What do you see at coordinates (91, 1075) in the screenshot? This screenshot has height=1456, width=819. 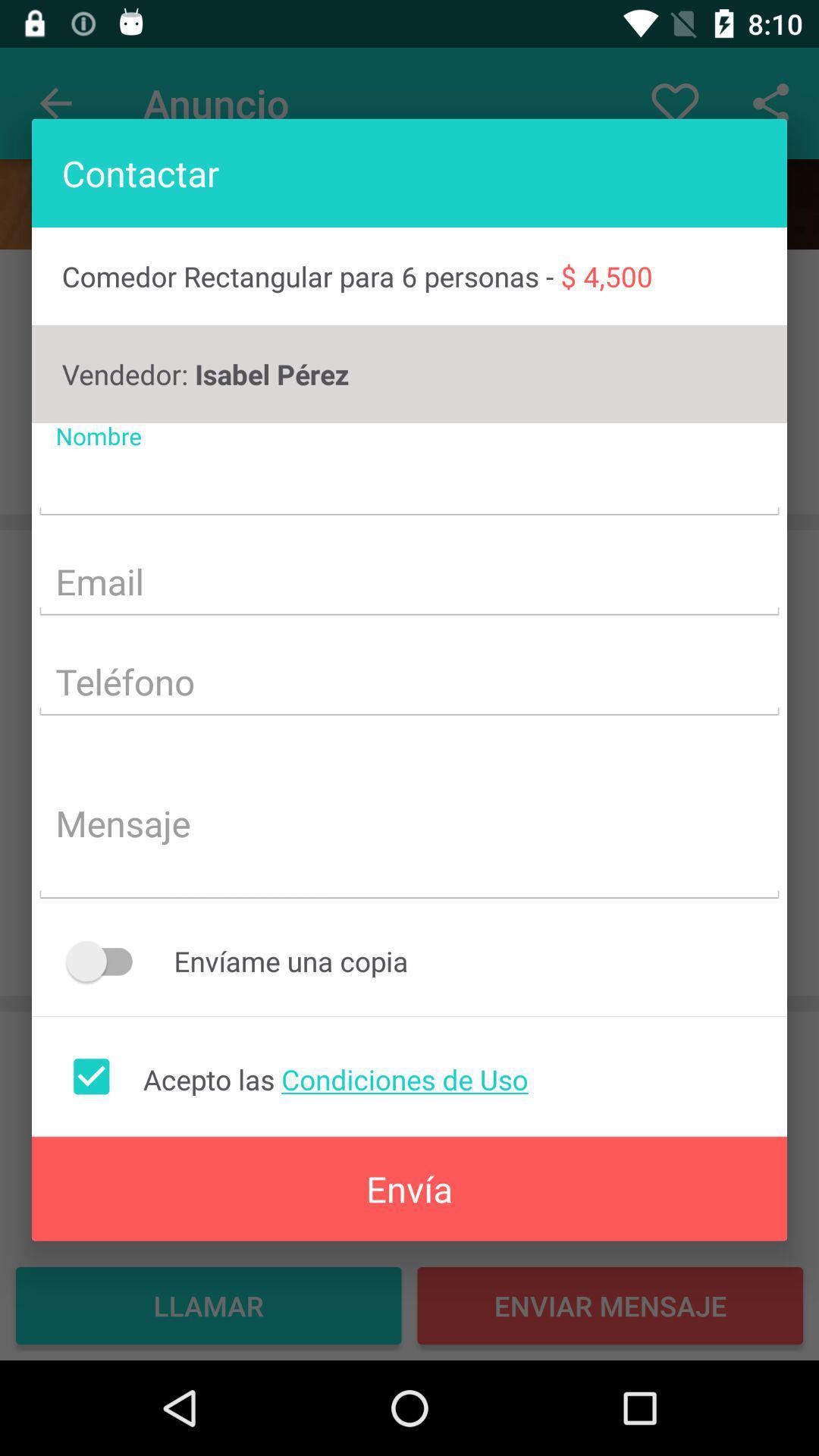 I see `unaccept the policy` at bounding box center [91, 1075].